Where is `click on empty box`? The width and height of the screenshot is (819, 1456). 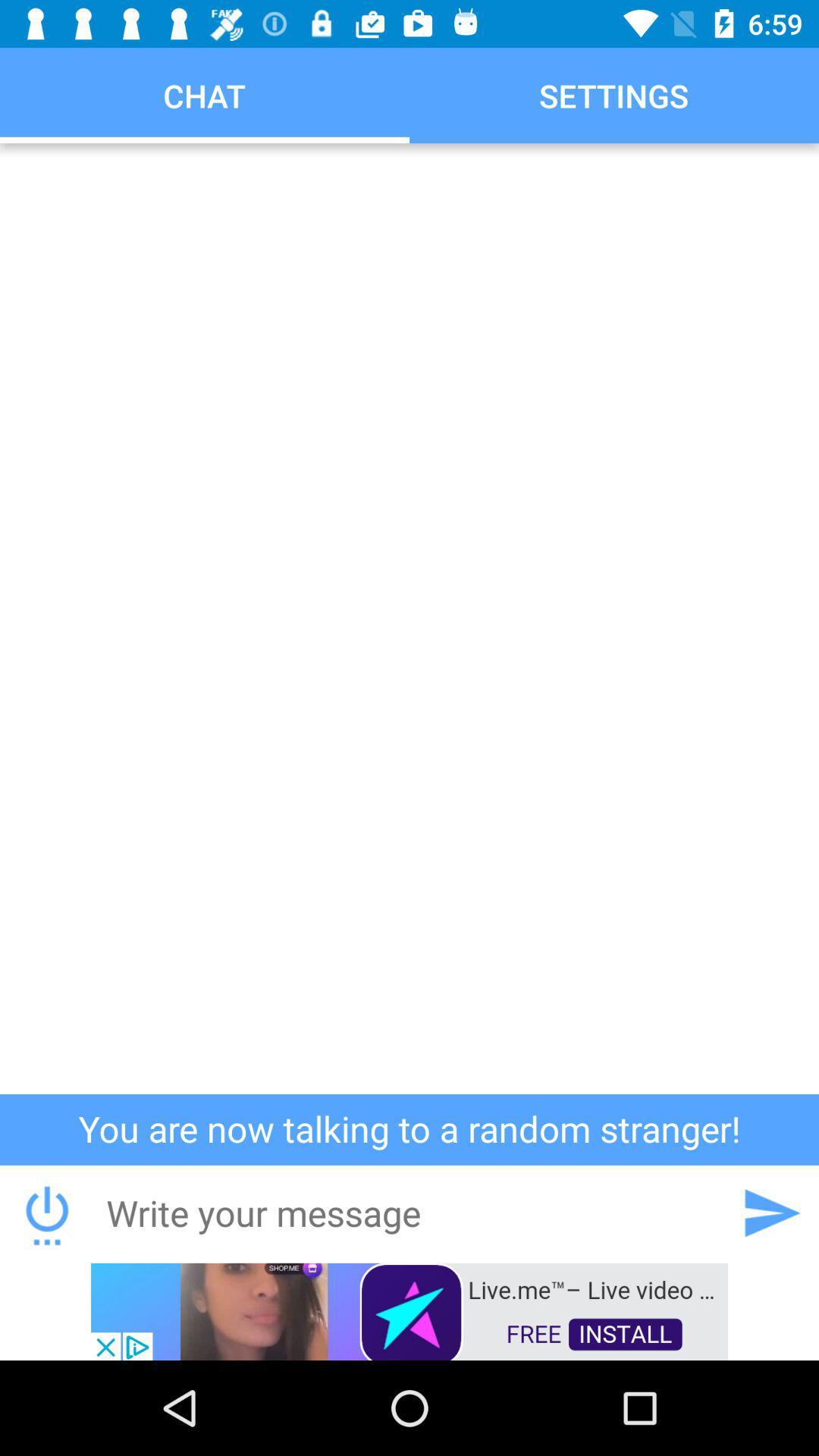 click on empty box is located at coordinates (409, 619).